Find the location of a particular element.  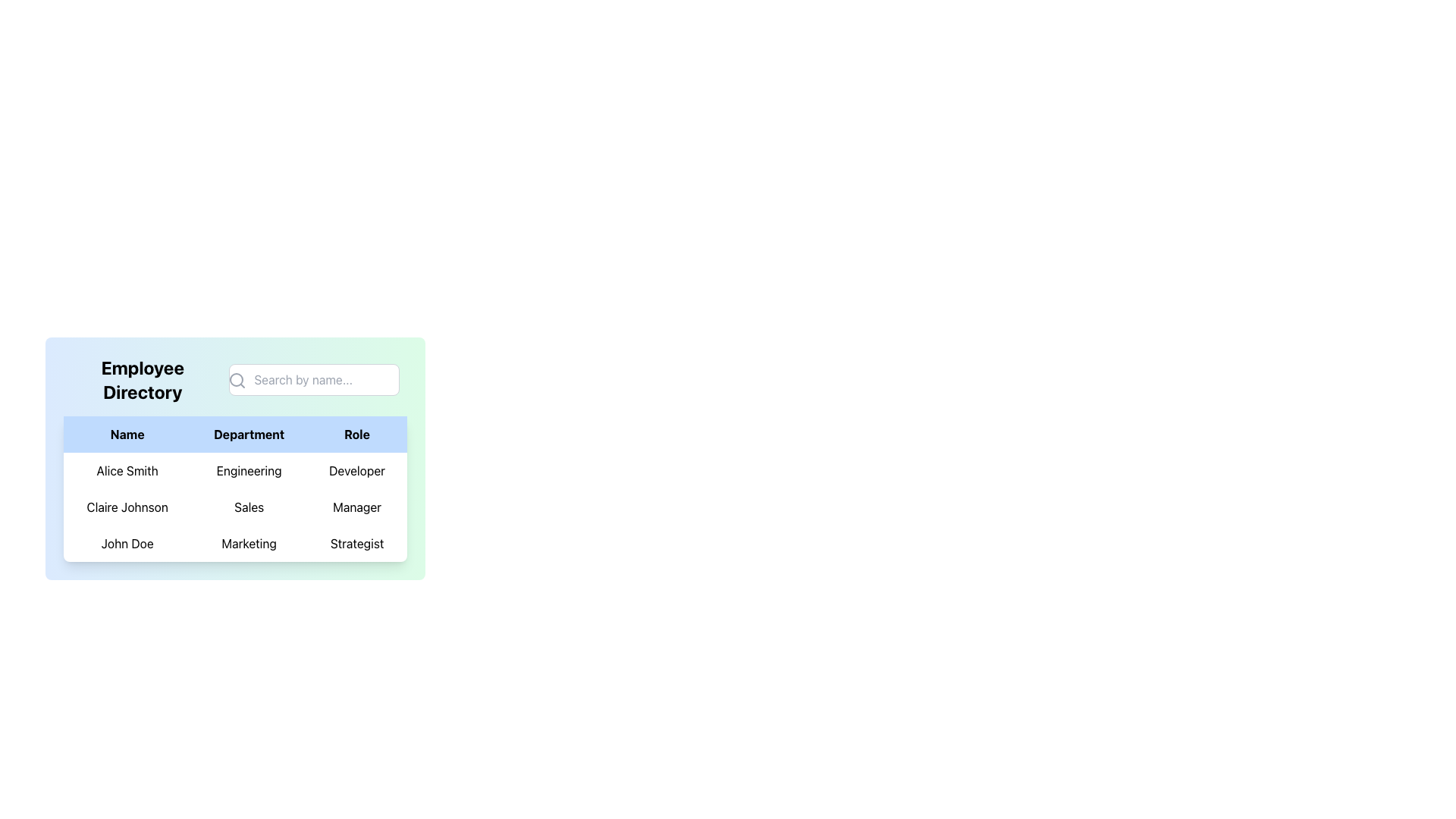

the label in the rightmost cell of the third row of the table that describes the role of an individual, which is 'Strategist' for 'John Doe' in the Marketing department is located at coordinates (356, 543).